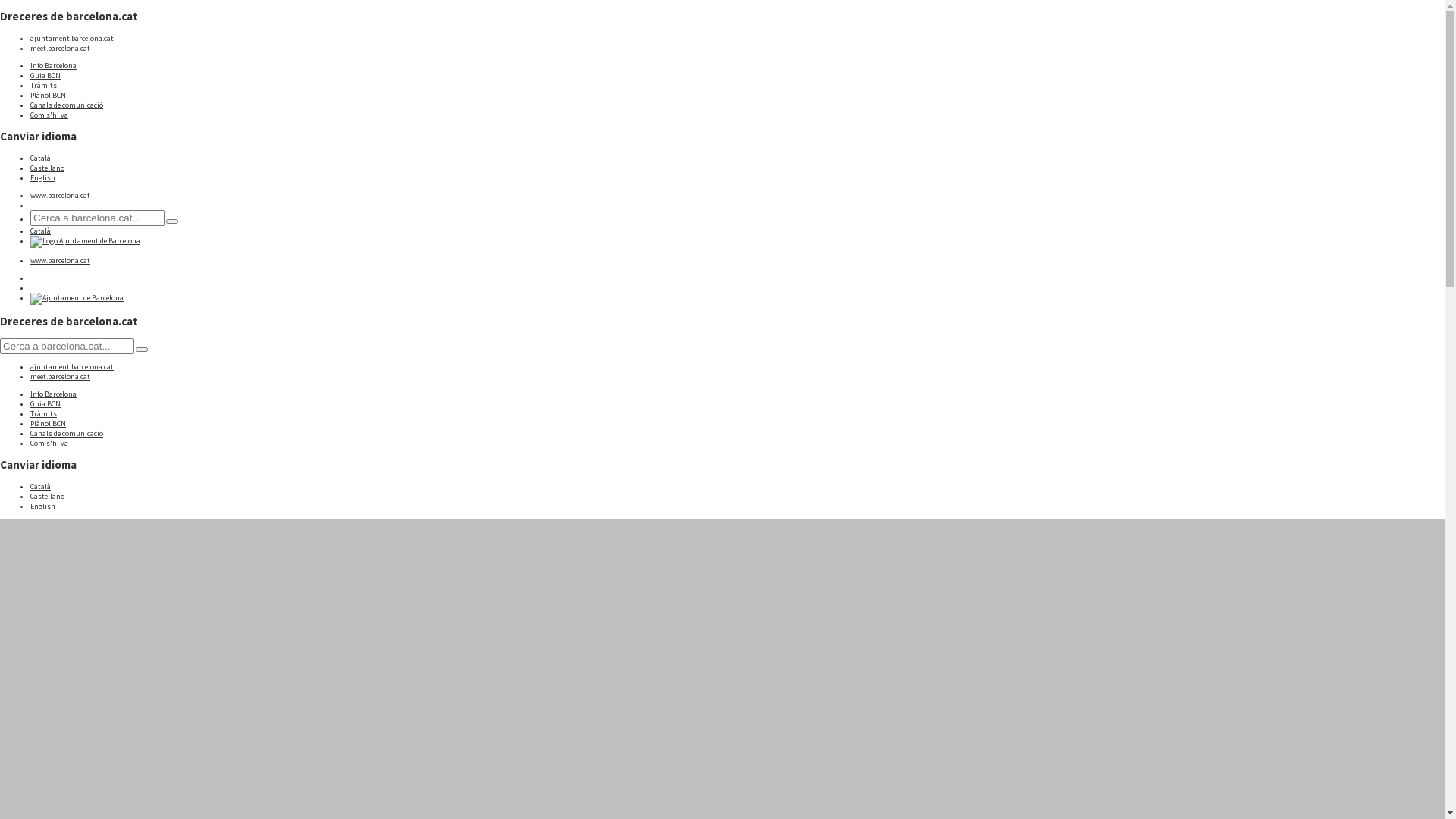  I want to click on 'Com s'hi va', so click(49, 443).